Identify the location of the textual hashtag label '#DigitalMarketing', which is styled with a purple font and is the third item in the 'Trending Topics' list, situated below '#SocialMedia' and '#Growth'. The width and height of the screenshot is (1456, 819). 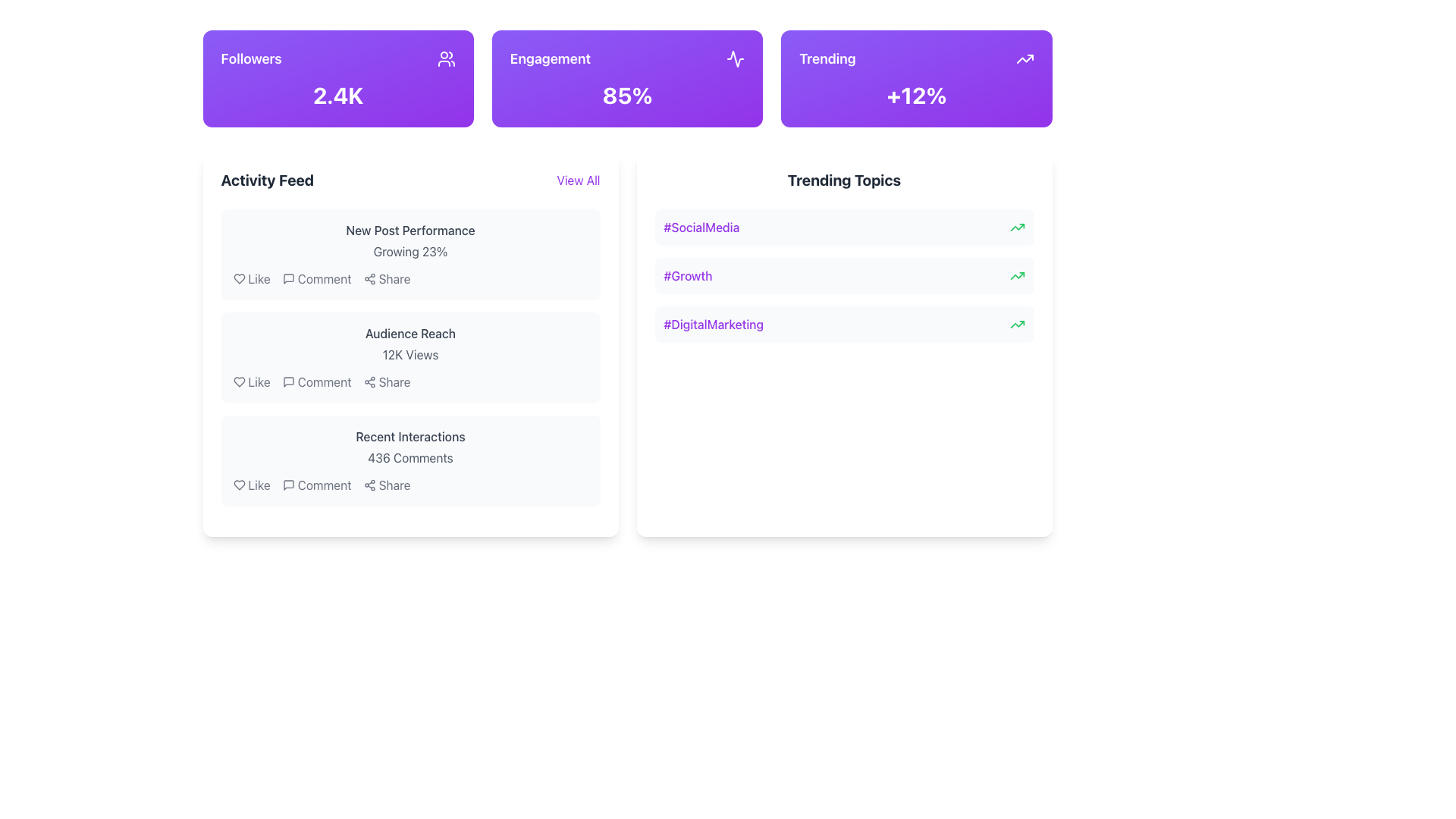
(713, 324).